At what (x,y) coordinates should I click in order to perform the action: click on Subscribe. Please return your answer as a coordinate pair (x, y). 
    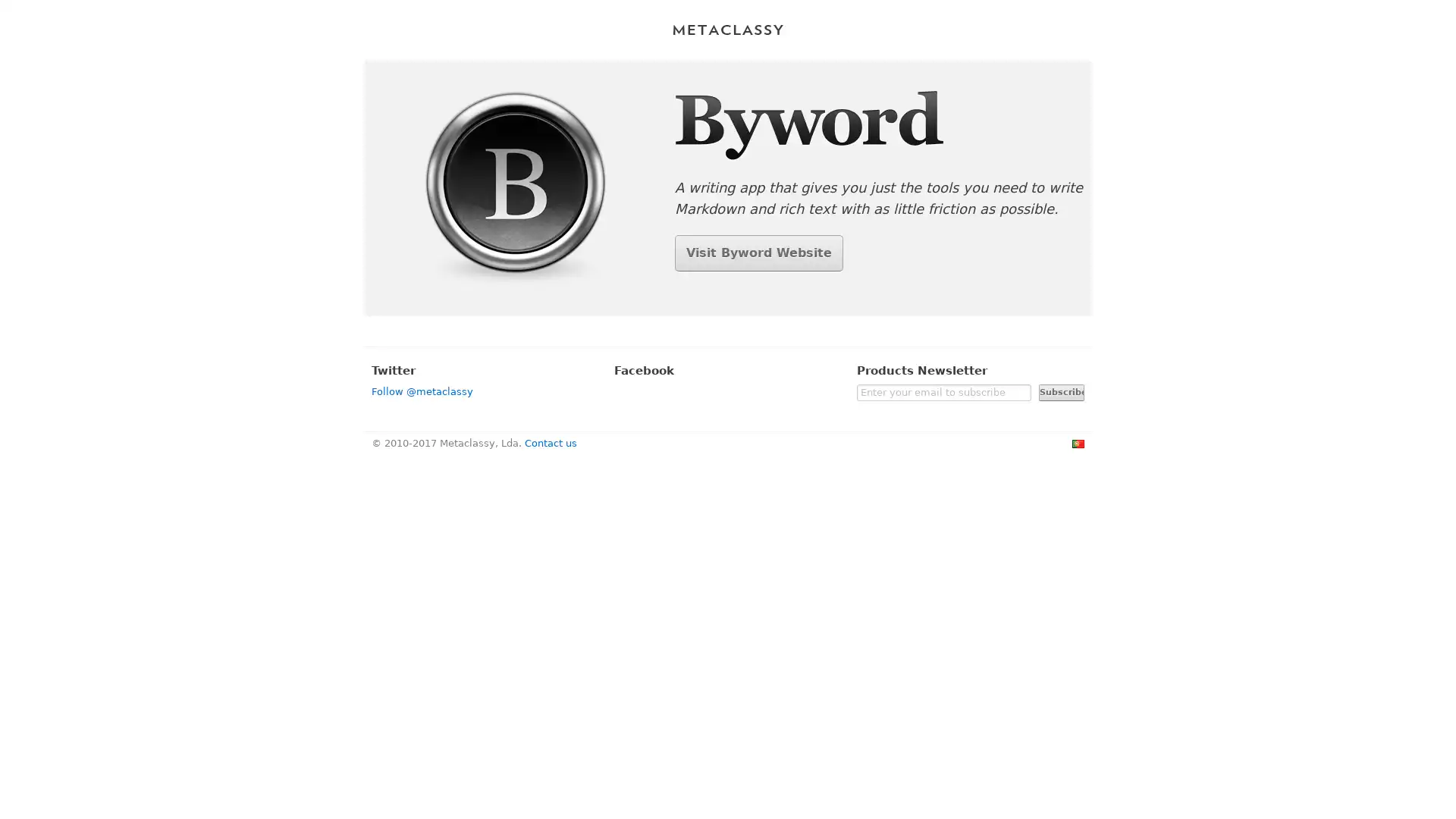
    Looking at the image, I should click on (1061, 391).